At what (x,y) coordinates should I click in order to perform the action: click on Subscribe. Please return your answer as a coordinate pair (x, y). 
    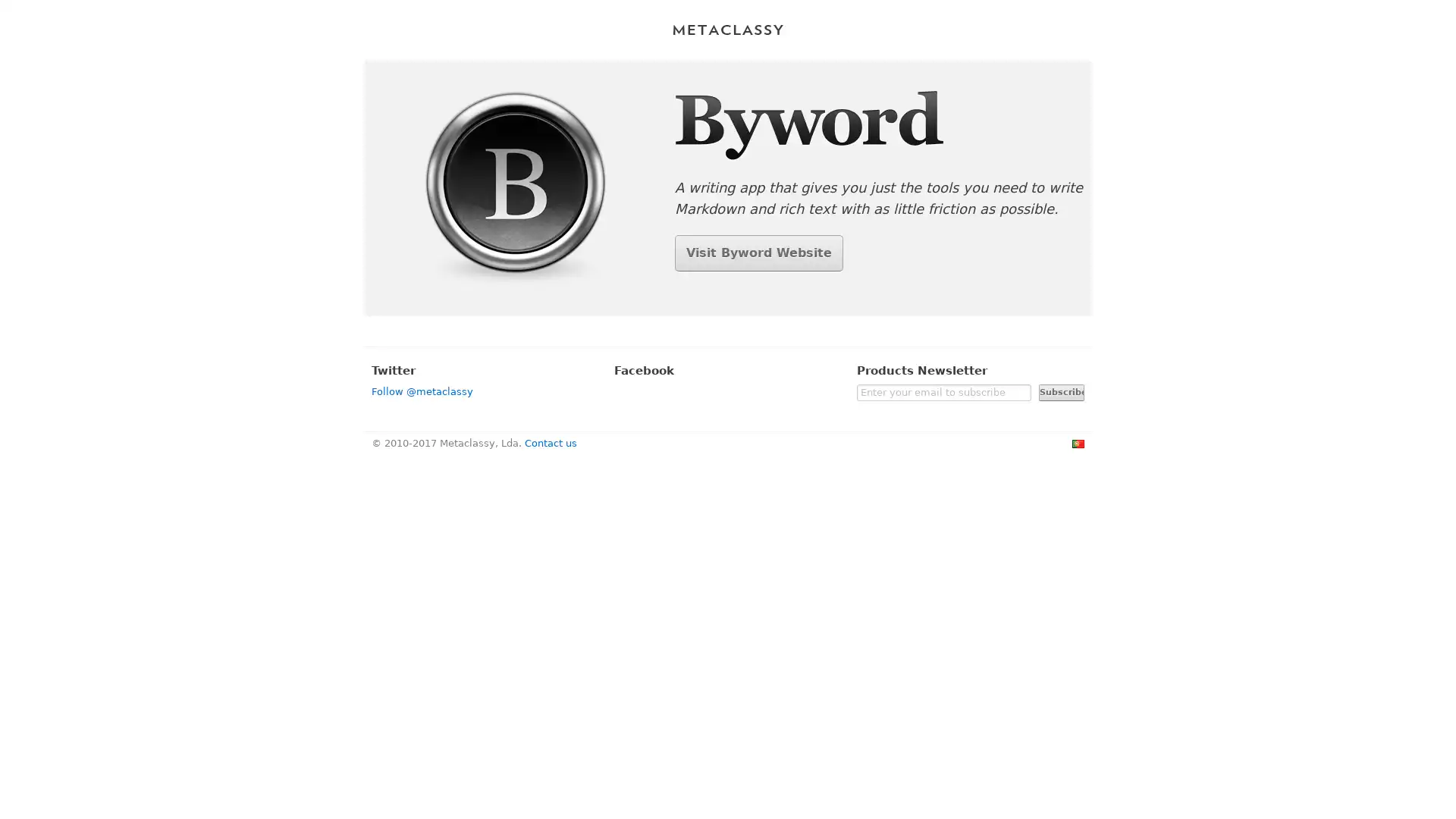
    Looking at the image, I should click on (1061, 391).